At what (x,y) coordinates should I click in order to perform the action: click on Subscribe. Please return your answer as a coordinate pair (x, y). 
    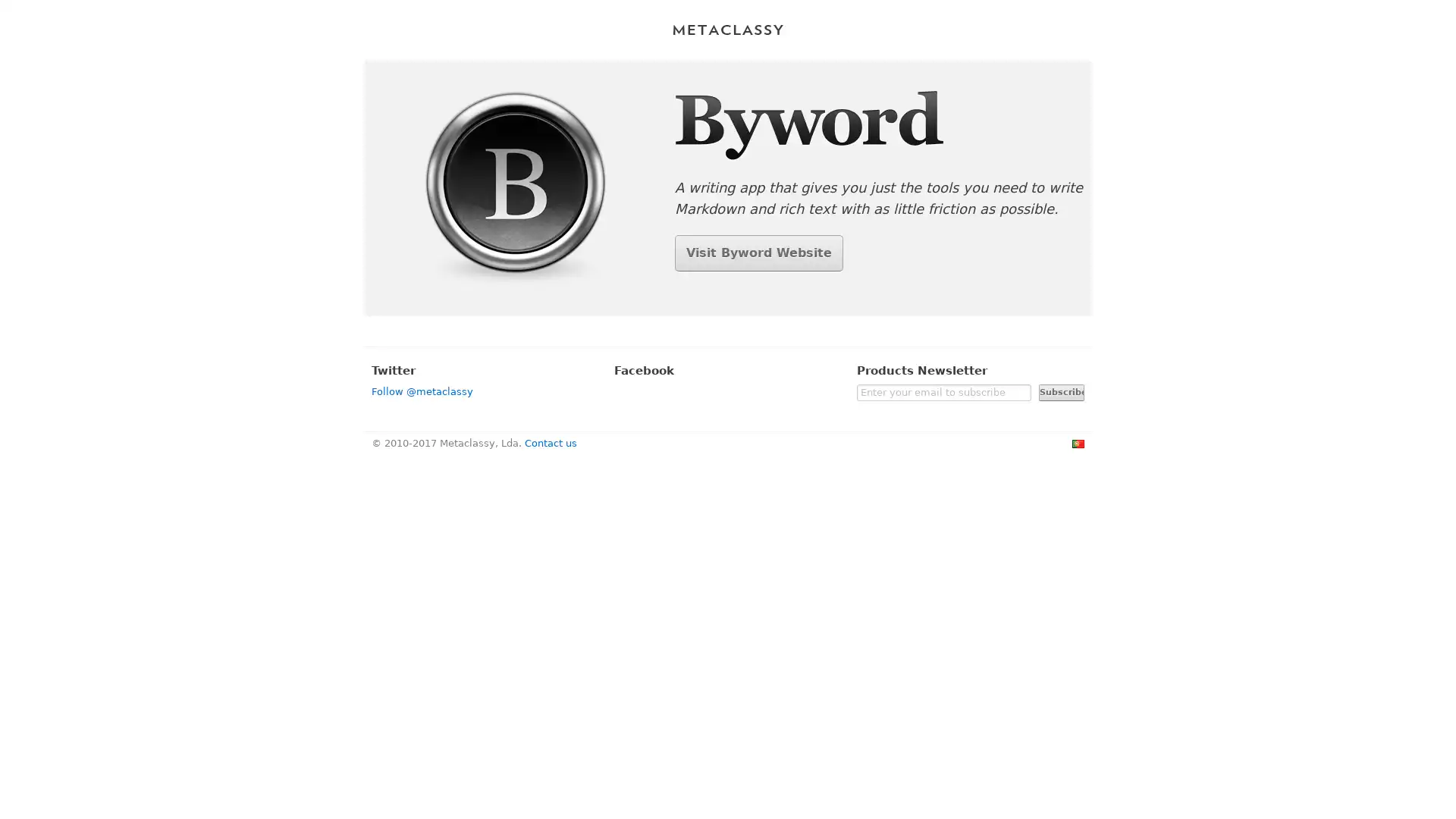
    Looking at the image, I should click on (1061, 391).